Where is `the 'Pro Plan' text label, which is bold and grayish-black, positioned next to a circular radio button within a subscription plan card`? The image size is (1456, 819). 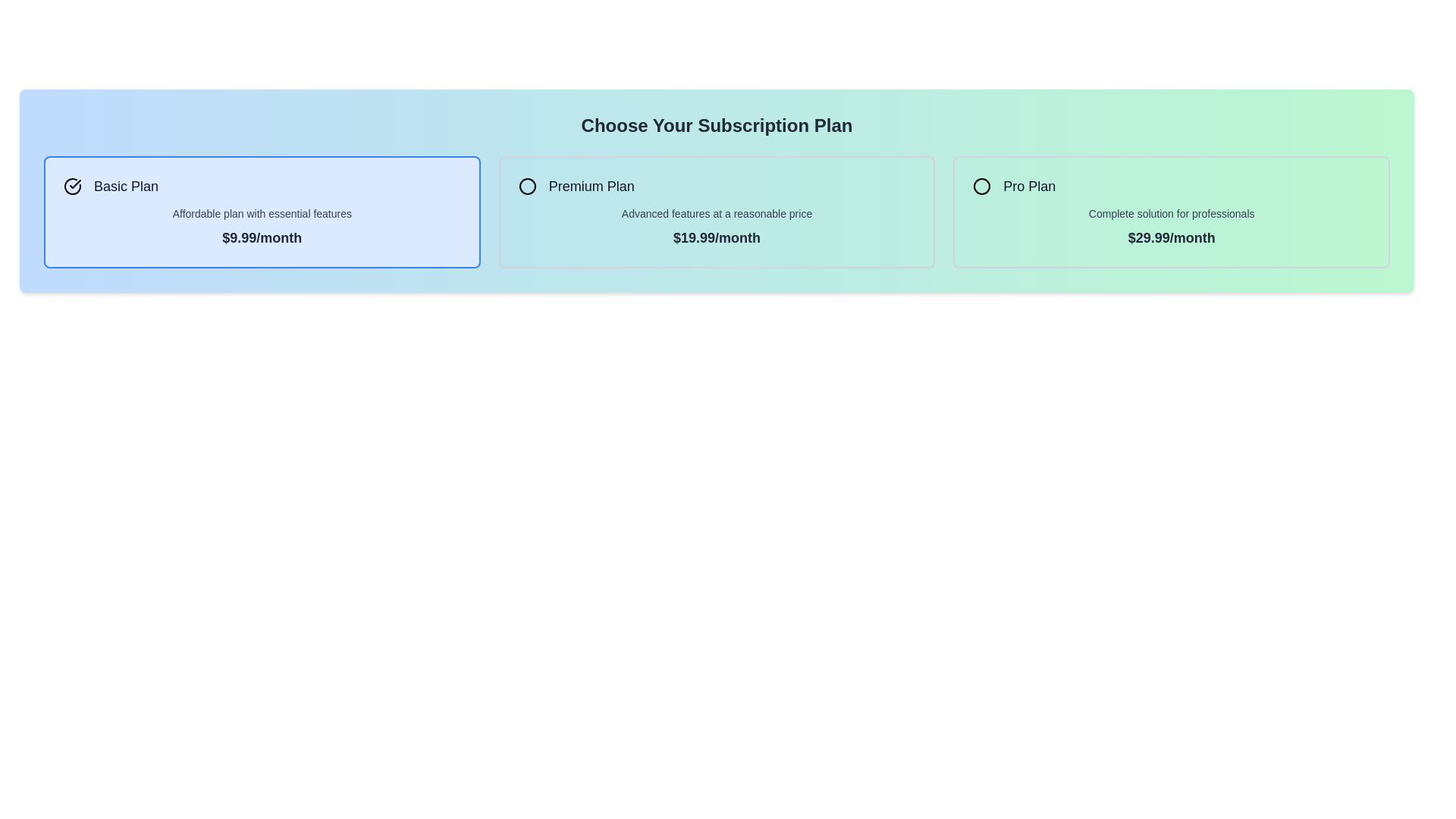
the 'Pro Plan' text label, which is bold and grayish-black, positioned next to a circular radio button within a subscription plan card is located at coordinates (1029, 186).